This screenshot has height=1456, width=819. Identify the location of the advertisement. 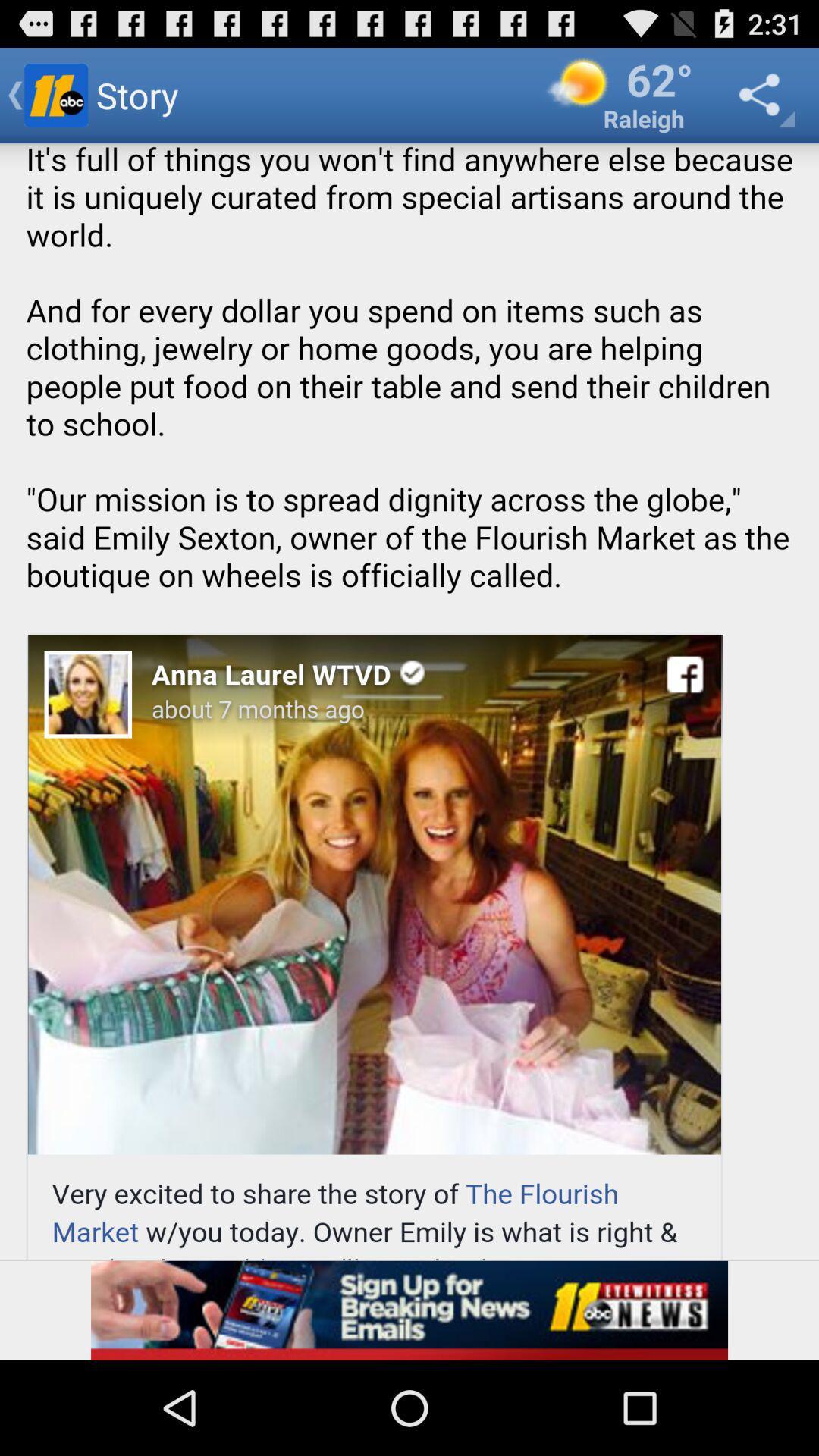
(409, 1310).